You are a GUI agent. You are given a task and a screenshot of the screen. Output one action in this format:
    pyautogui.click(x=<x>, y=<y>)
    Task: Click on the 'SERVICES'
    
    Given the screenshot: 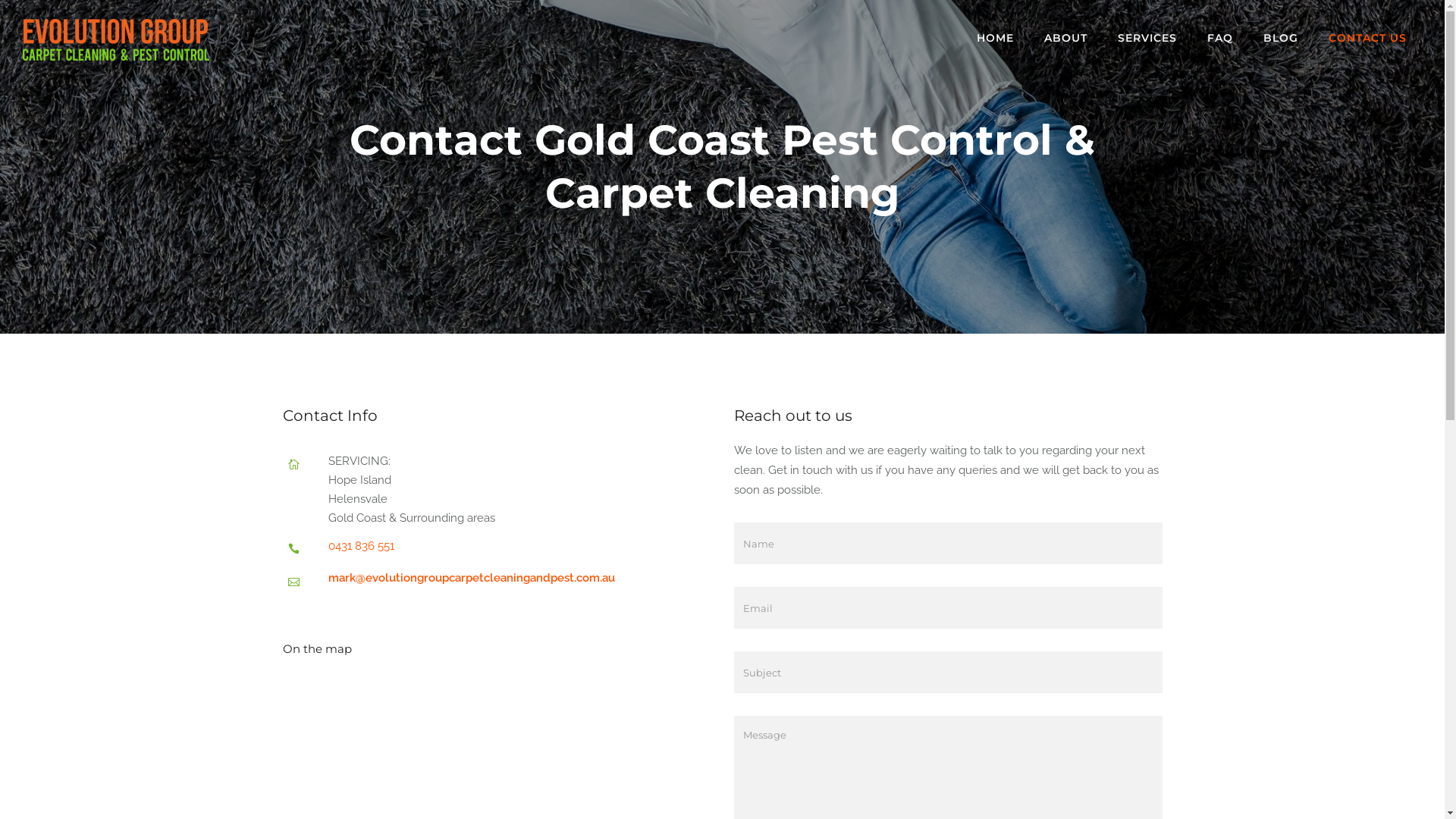 What is the action you would take?
    pyautogui.click(x=1103, y=37)
    